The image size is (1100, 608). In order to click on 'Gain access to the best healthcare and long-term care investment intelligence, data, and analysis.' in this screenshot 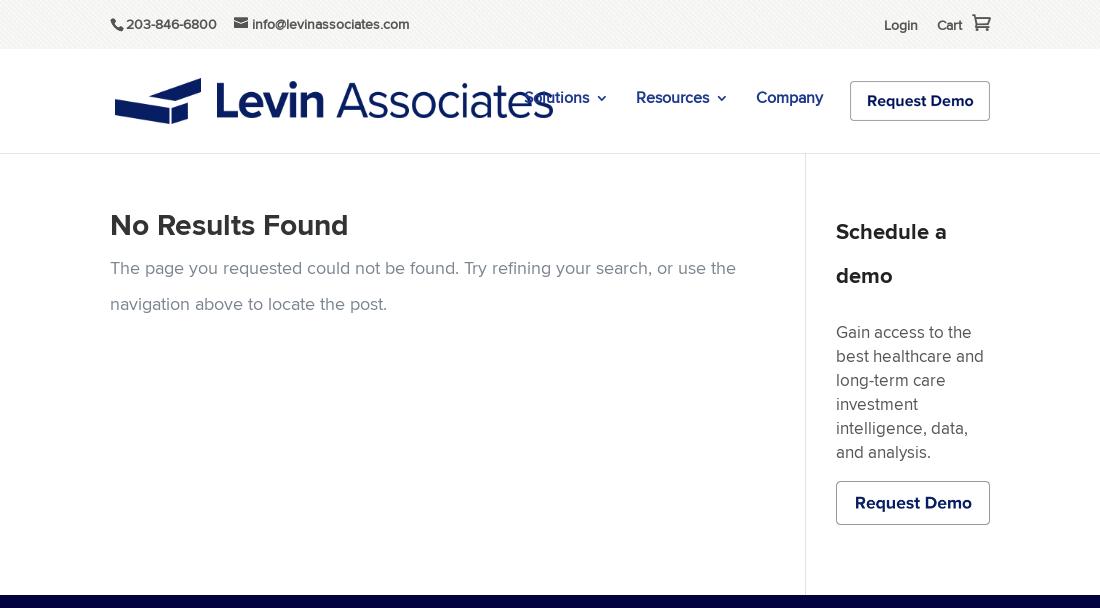, I will do `click(835, 391)`.